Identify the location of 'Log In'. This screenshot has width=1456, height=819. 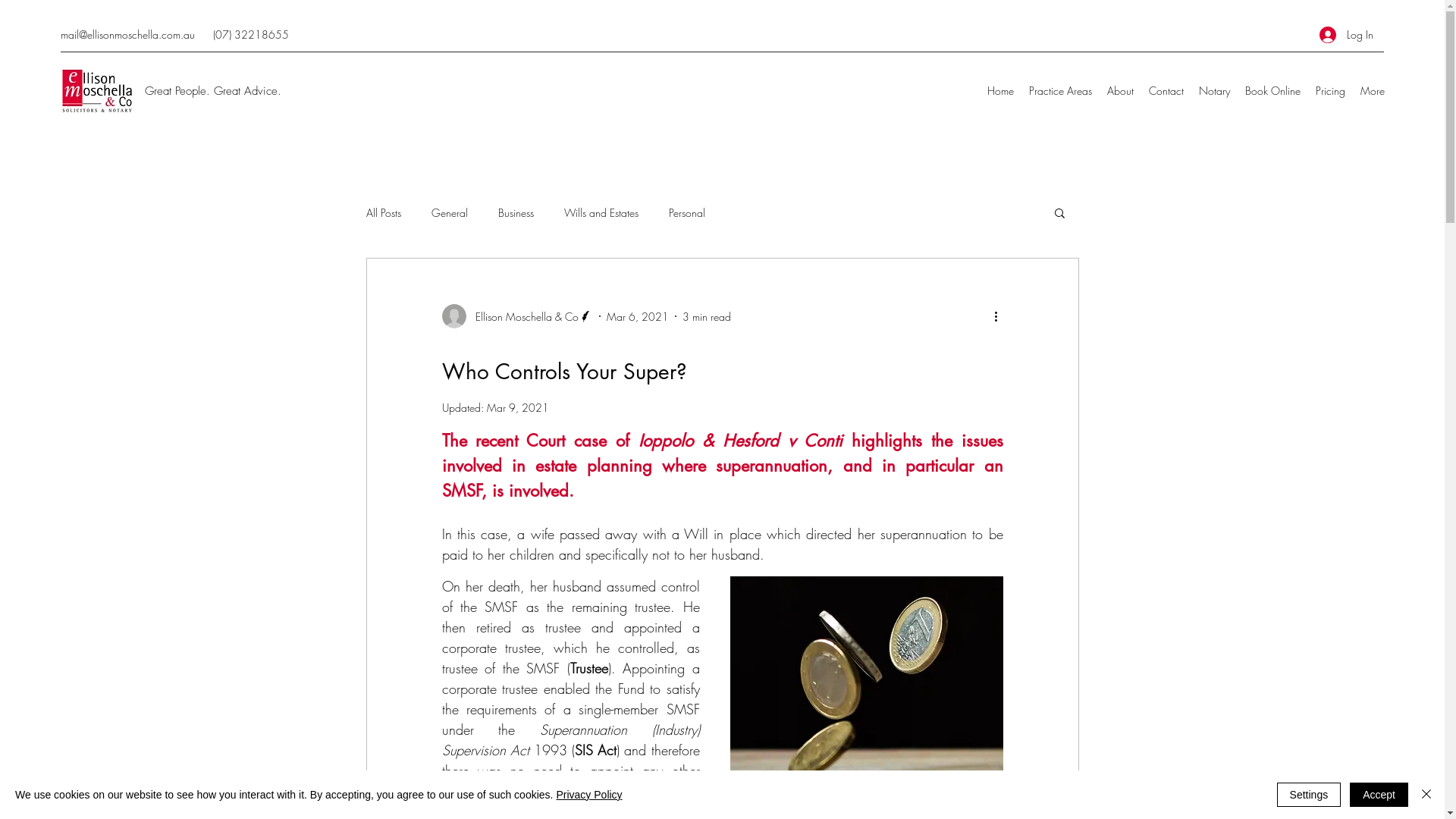
(1346, 34).